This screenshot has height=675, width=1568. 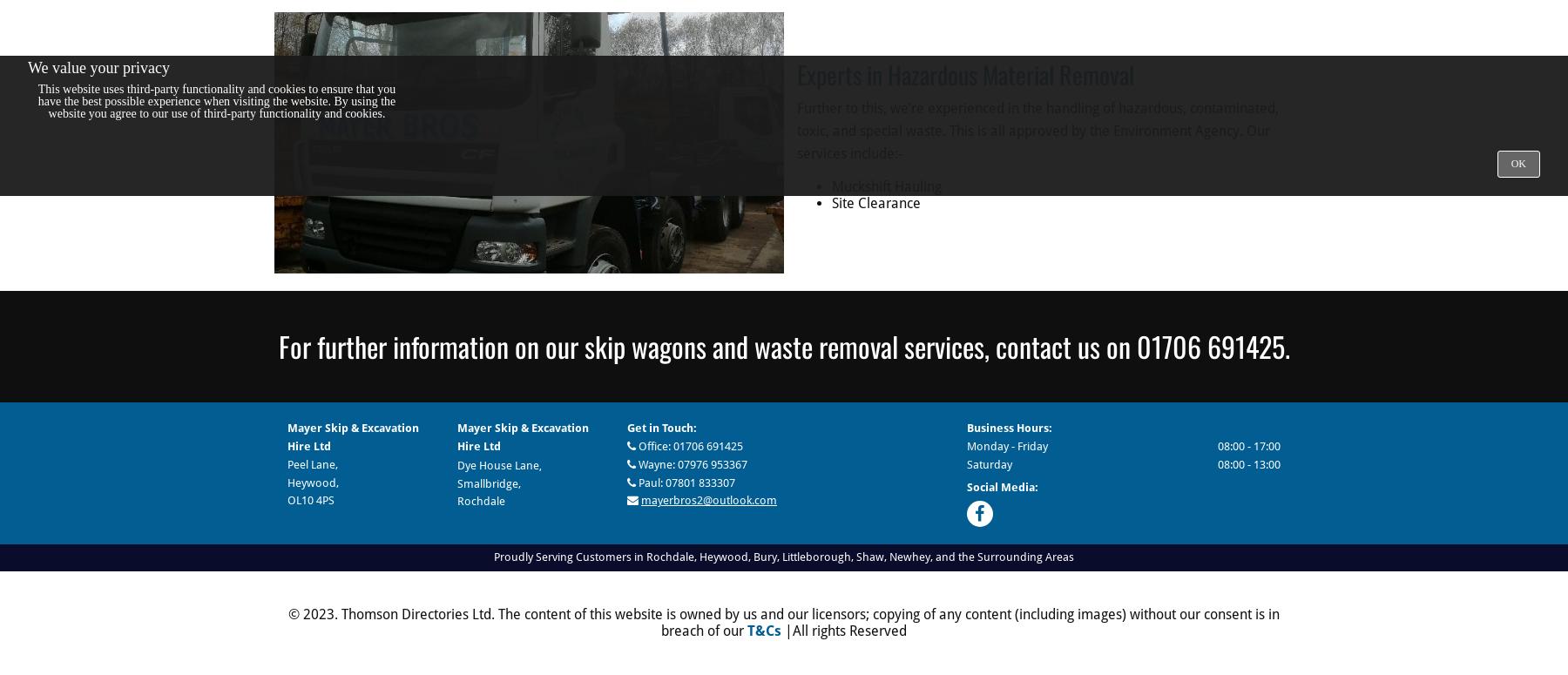 What do you see at coordinates (784, 623) in the screenshot?
I see `'© 2023. Thomson Directories Ltd. The content of this website is owned by us and our licensors; copying of any content (including images) without our consent is in breach of our'` at bounding box center [784, 623].